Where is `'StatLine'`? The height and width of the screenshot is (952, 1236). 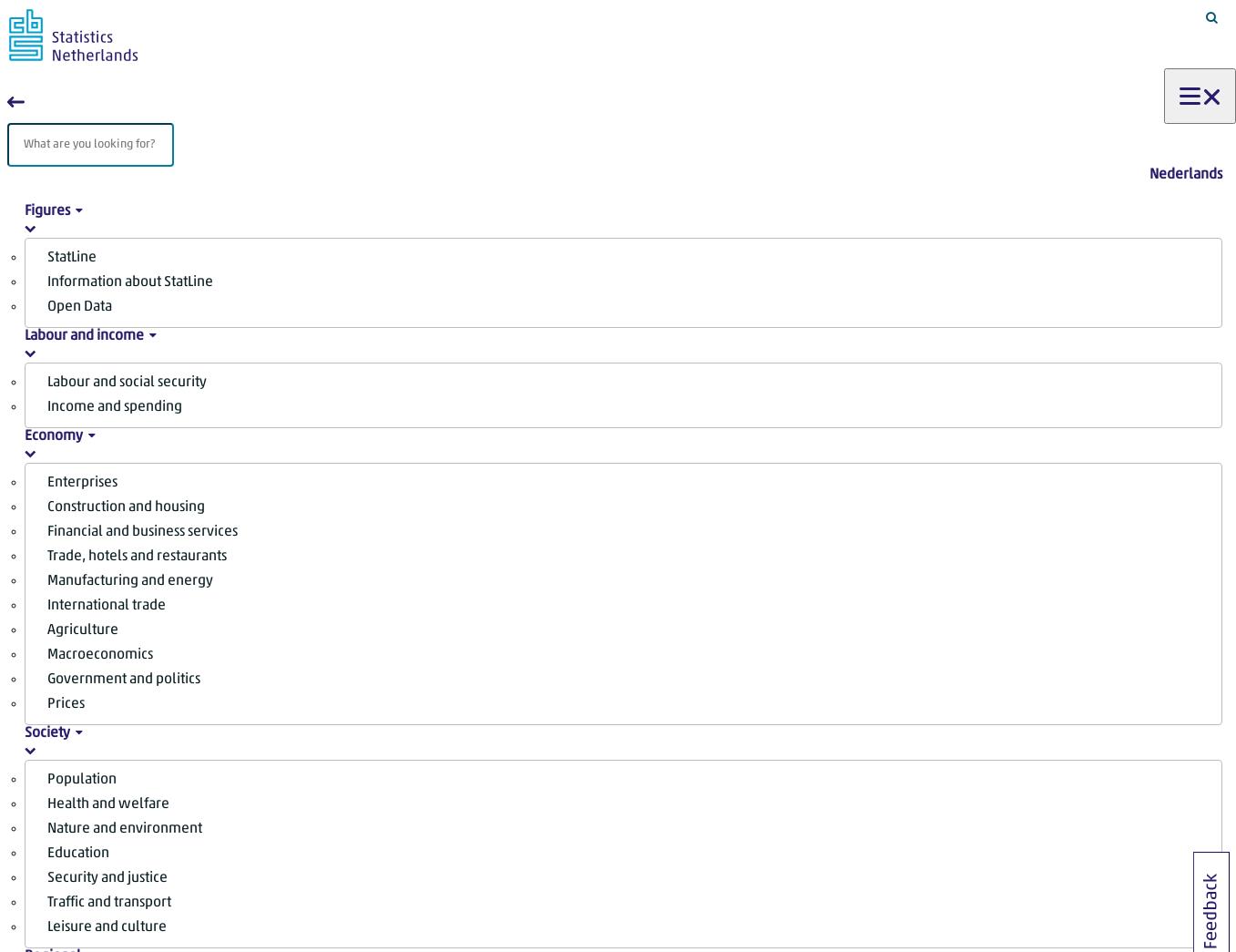 'StatLine' is located at coordinates (71, 256).